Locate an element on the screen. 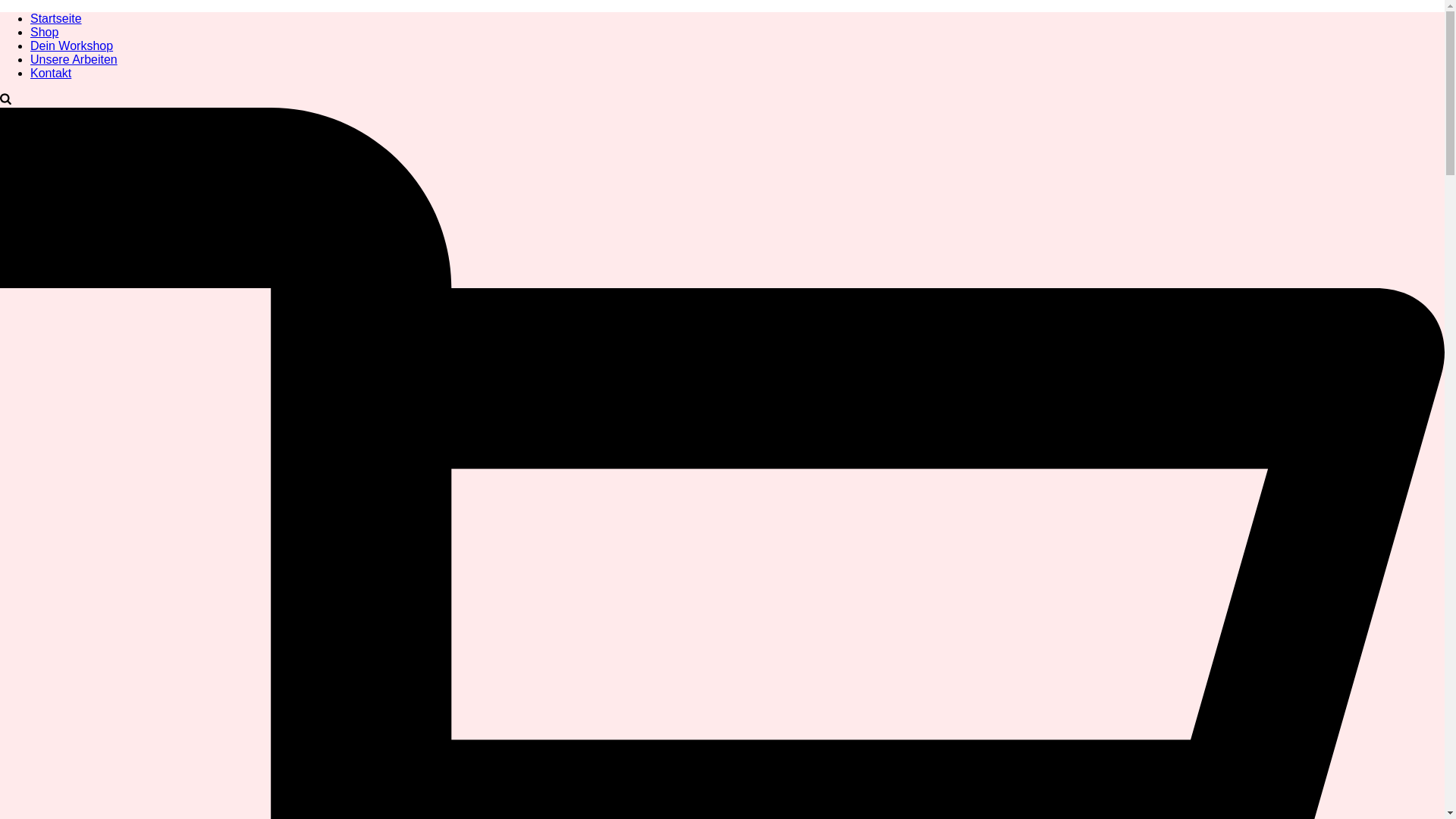 Image resolution: width=1456 pixels, height=819 pixels. 'Startseite' is located at coordinates (55, 18).